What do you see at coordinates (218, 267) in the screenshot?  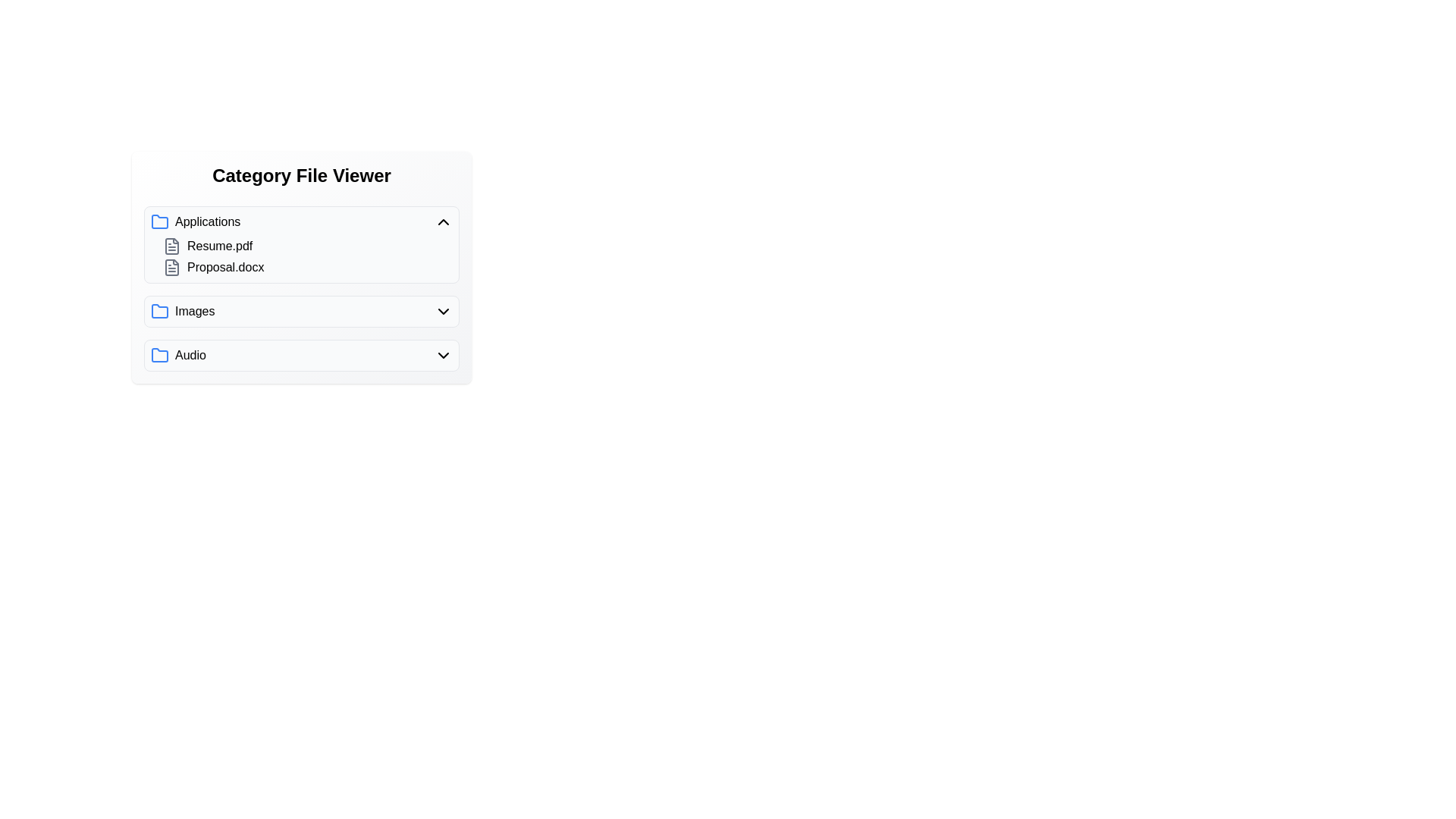 I see `the file Proposal.docx within the 'Applications' category` at bounding box center [218, 267].